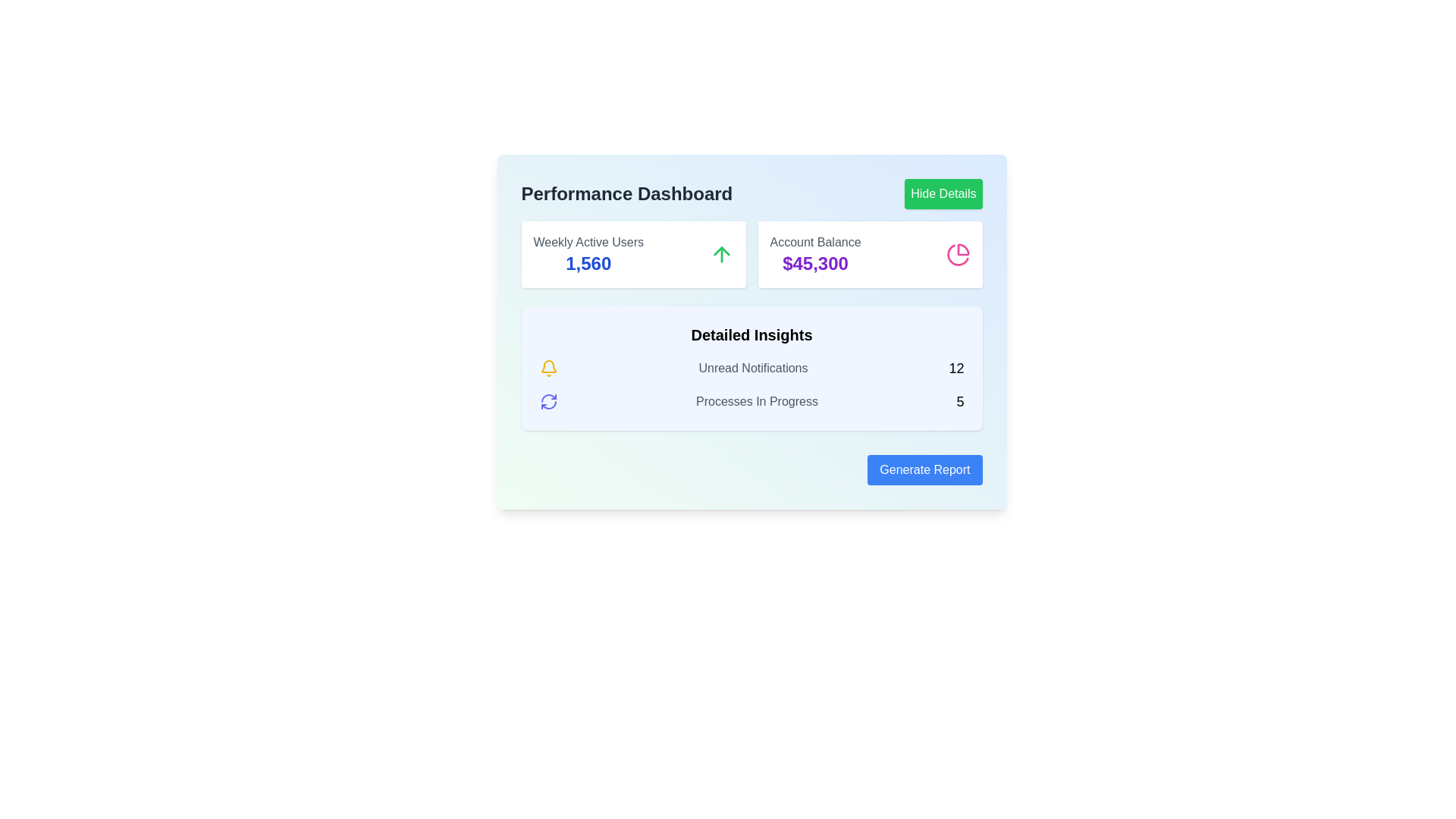  I want to click on the report generation button located at the bottom right of the main panel to observe the hover effect, so click(924, 469).